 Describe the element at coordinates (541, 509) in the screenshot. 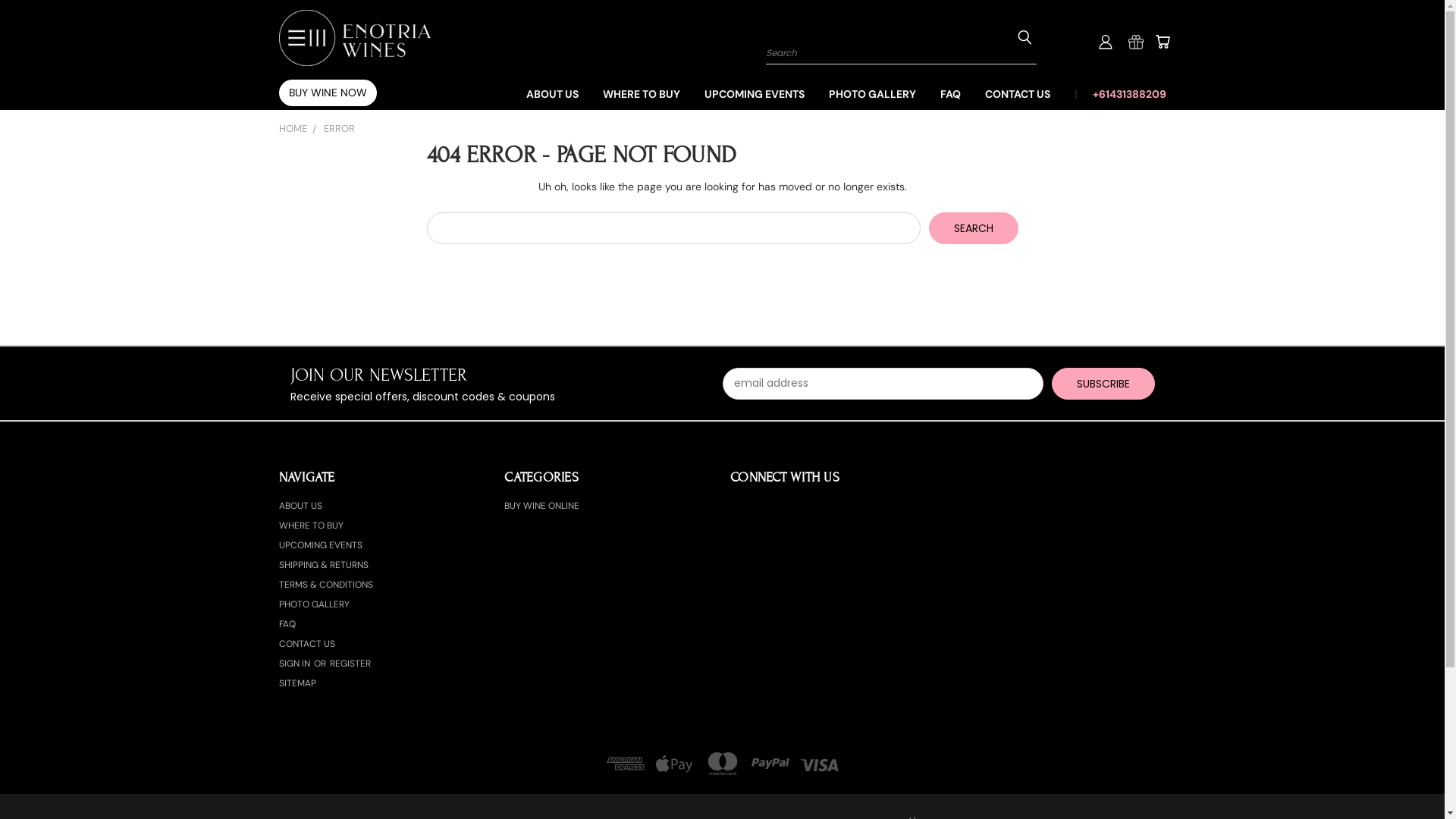

I see `'BUY WINE ONLINE'` at that location.